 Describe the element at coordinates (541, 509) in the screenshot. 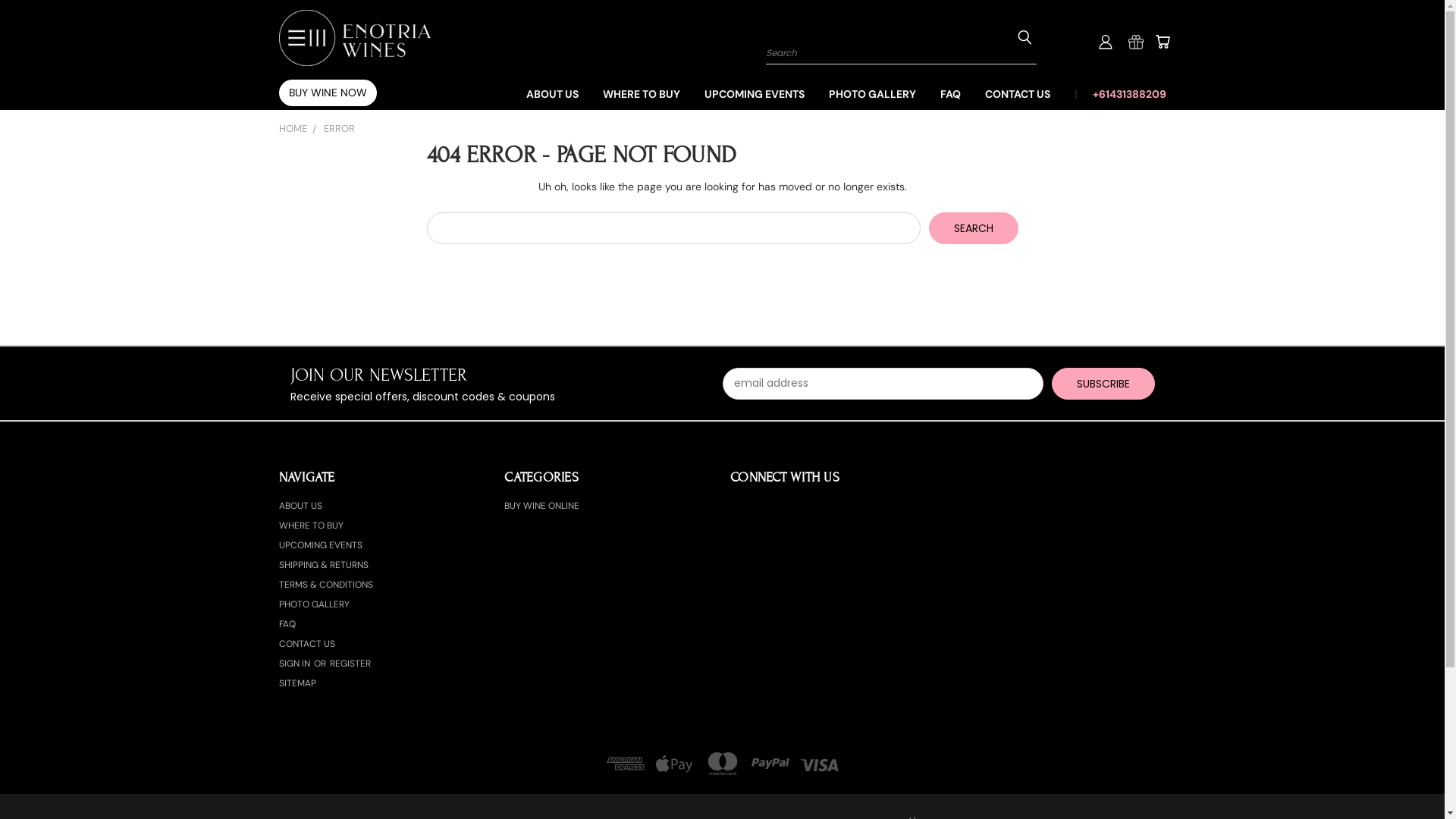

I see `'BUY WINE ONLINE'` at that location.